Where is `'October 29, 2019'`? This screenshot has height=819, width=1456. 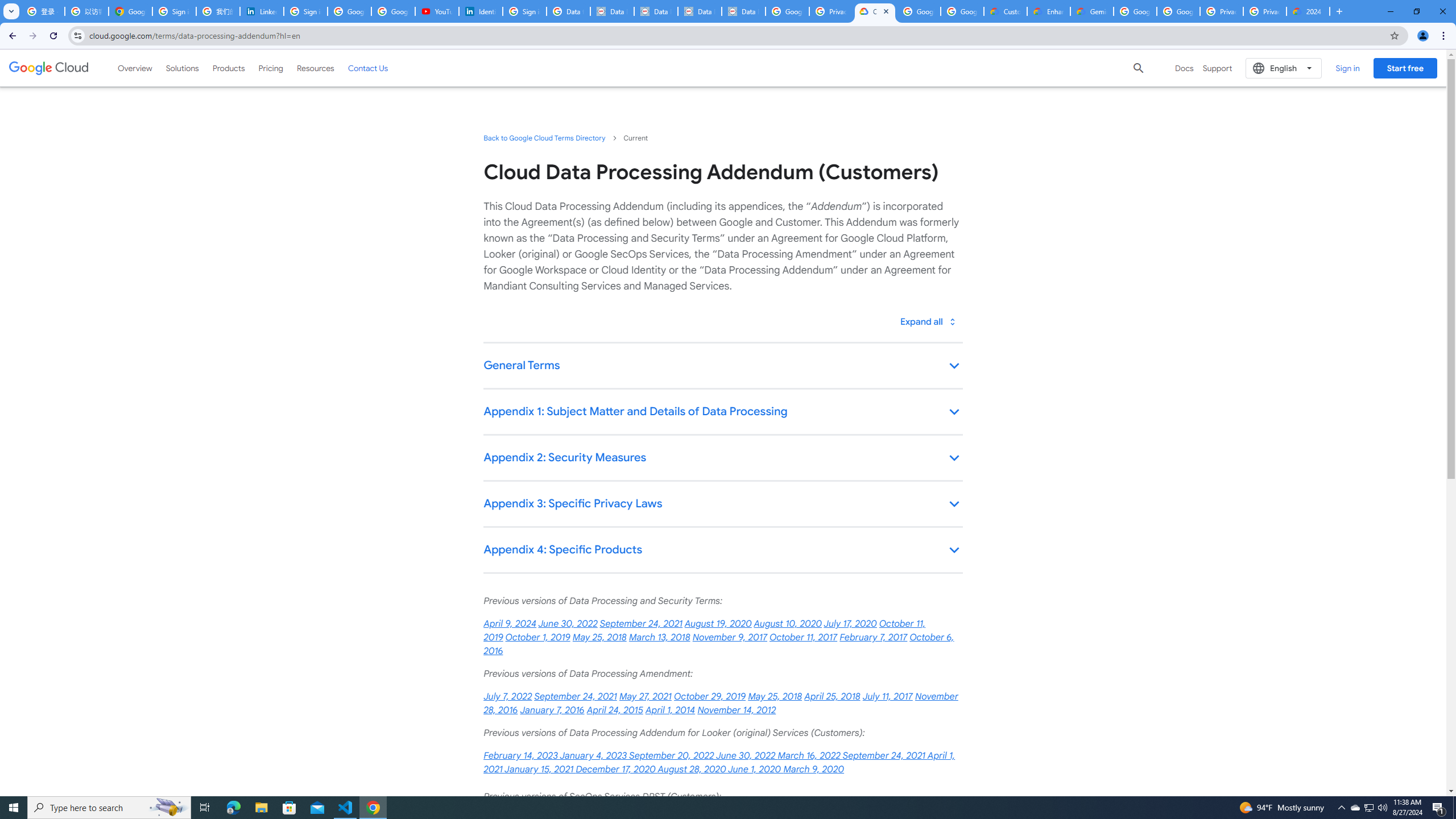 'October 29, 2019' is located at coordinates (709, 697).